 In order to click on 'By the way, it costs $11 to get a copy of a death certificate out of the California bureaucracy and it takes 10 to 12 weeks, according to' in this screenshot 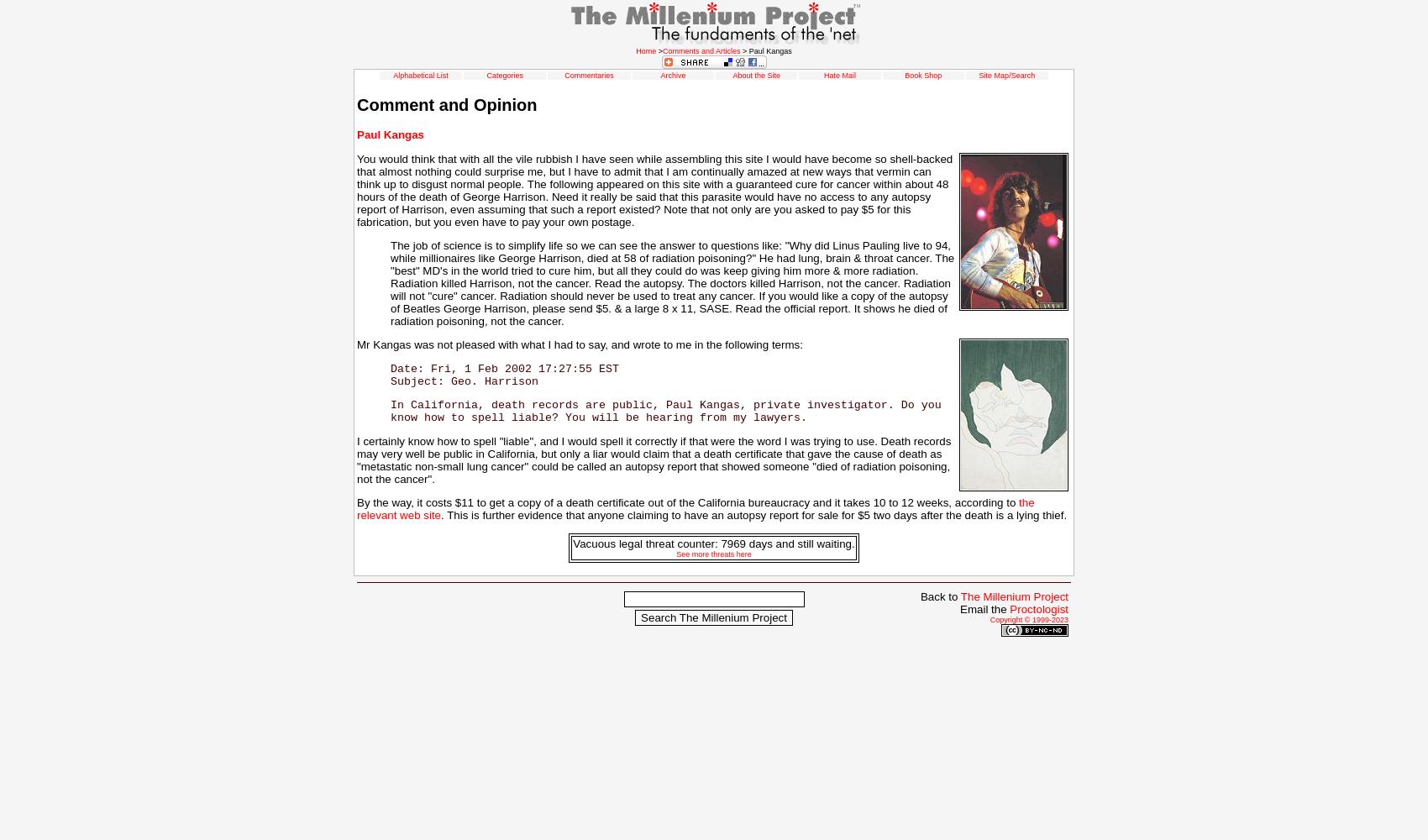, I will do `click(687, 501)`.